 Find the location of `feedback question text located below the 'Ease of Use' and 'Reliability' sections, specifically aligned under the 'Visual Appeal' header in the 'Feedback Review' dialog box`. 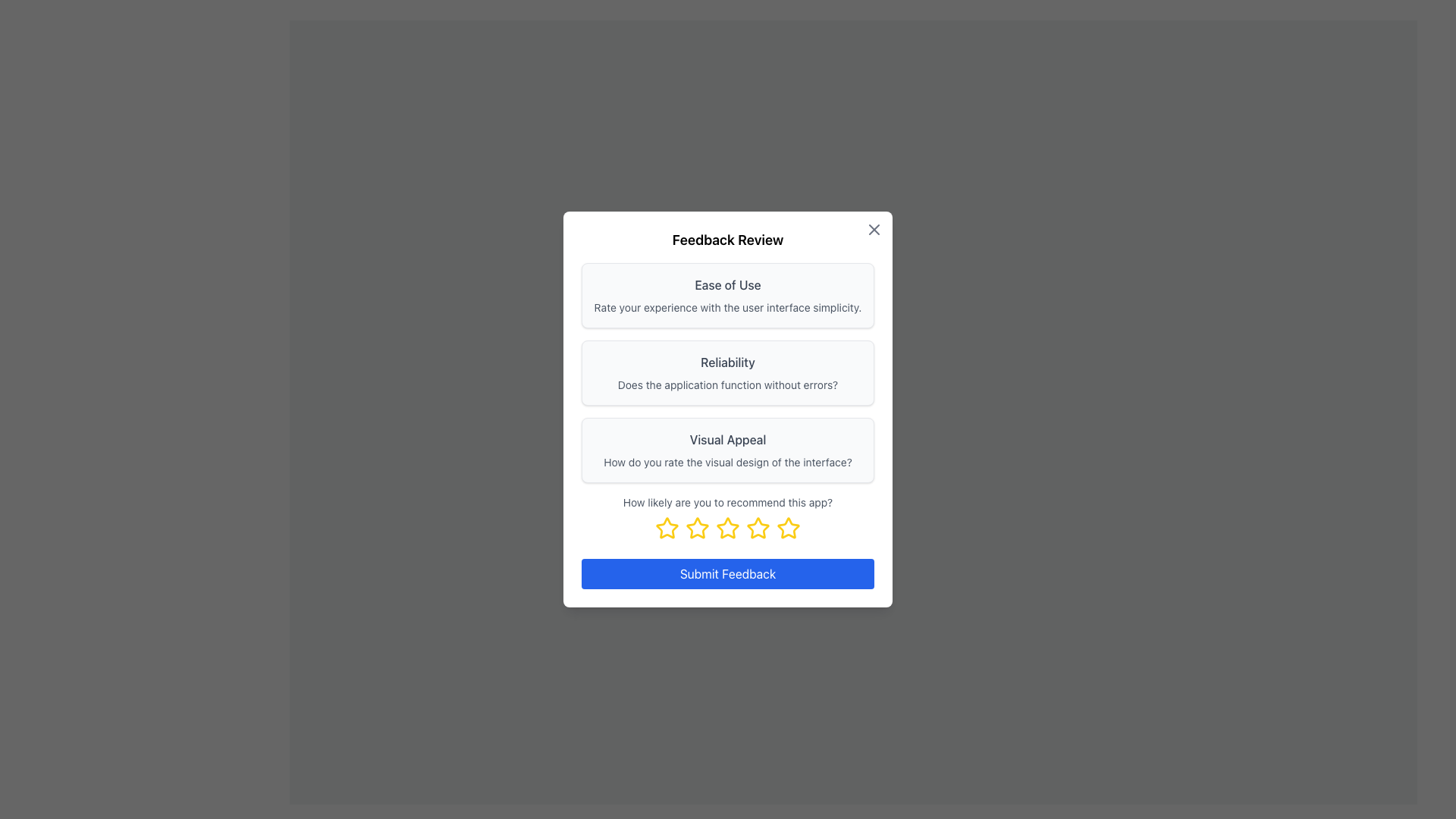

feedback question text located below the 'Ease of Use' and 'Reliability' sections, specifically aligned under the 'Visual Appeal' header in the 'Feedback Review' dialog box is located at coordinates (728, 461).